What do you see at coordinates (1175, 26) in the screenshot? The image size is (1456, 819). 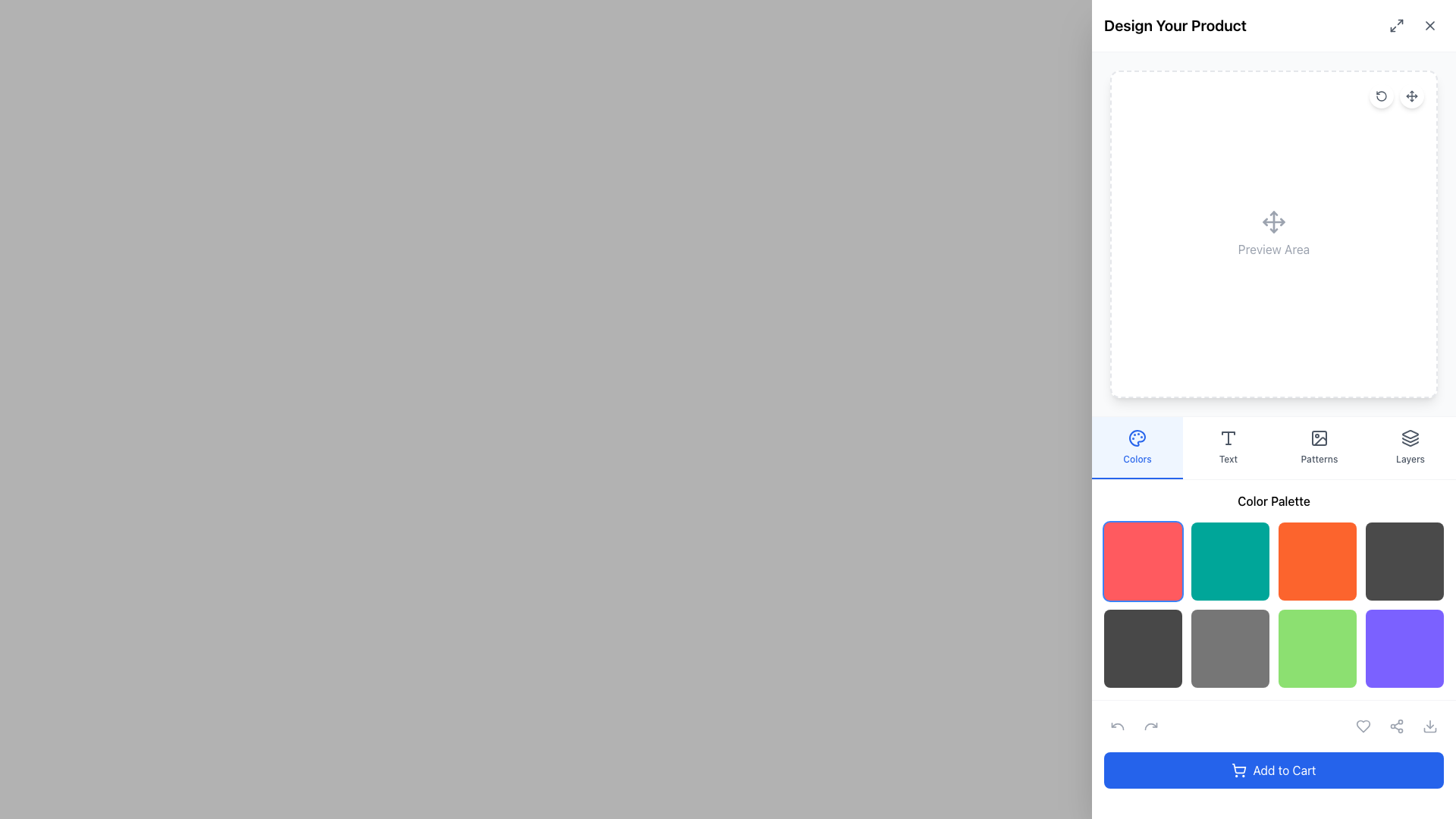 I see `the Text Label situated at the top of the right-side panel, which serves as a header for the current interface` at bounding box center [1175, 26].